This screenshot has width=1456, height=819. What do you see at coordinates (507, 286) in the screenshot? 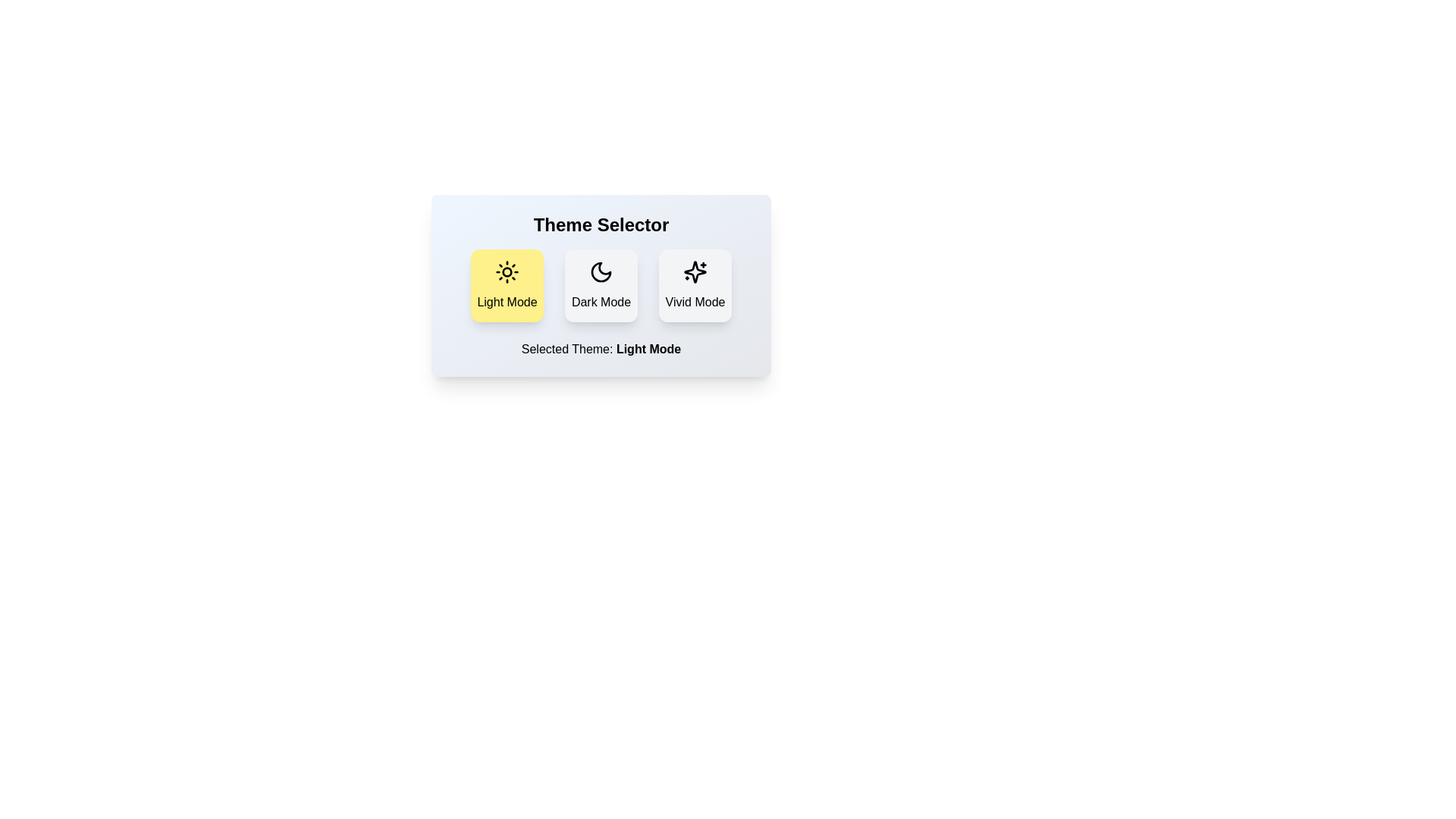
I see `the theme by clicking on the corresponding button: Light Mode` at bounding box center [507, 286].